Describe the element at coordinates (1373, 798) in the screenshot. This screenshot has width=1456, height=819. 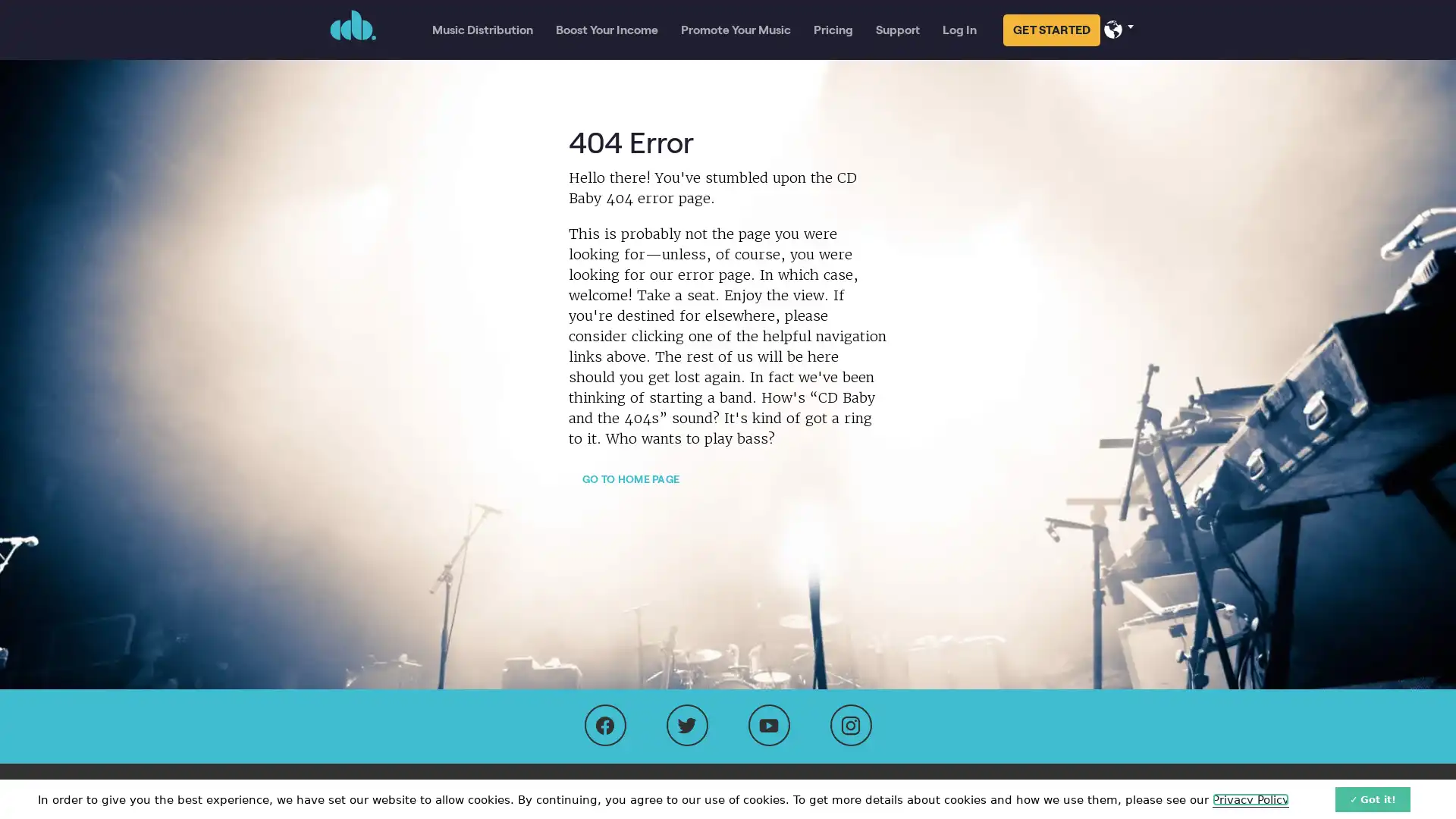
I see `Got it!` at that location.